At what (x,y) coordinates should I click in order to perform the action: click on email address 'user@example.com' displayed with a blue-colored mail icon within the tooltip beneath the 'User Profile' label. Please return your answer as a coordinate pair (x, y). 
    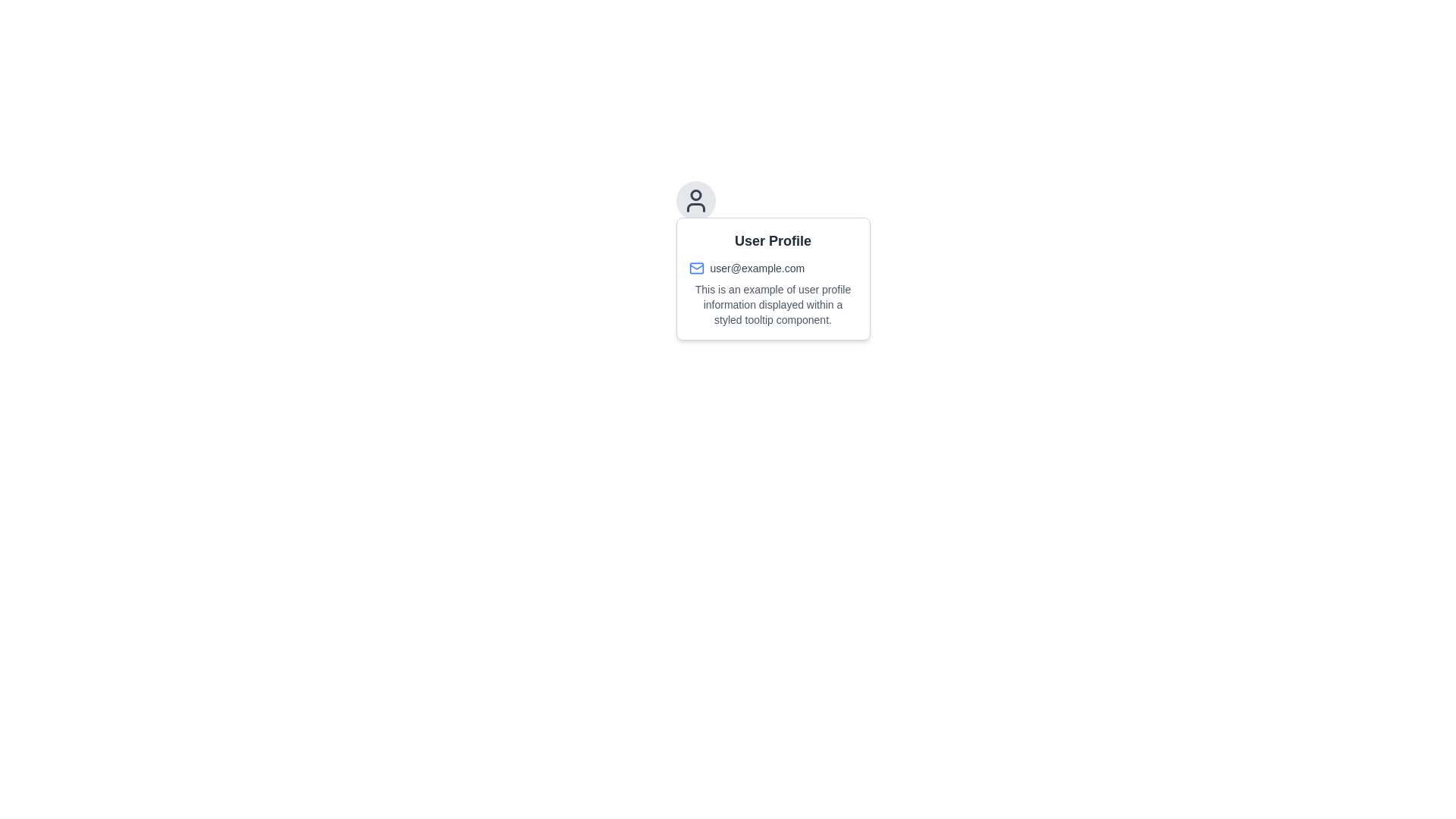
    Looking at the image, I should click on (773, 268).